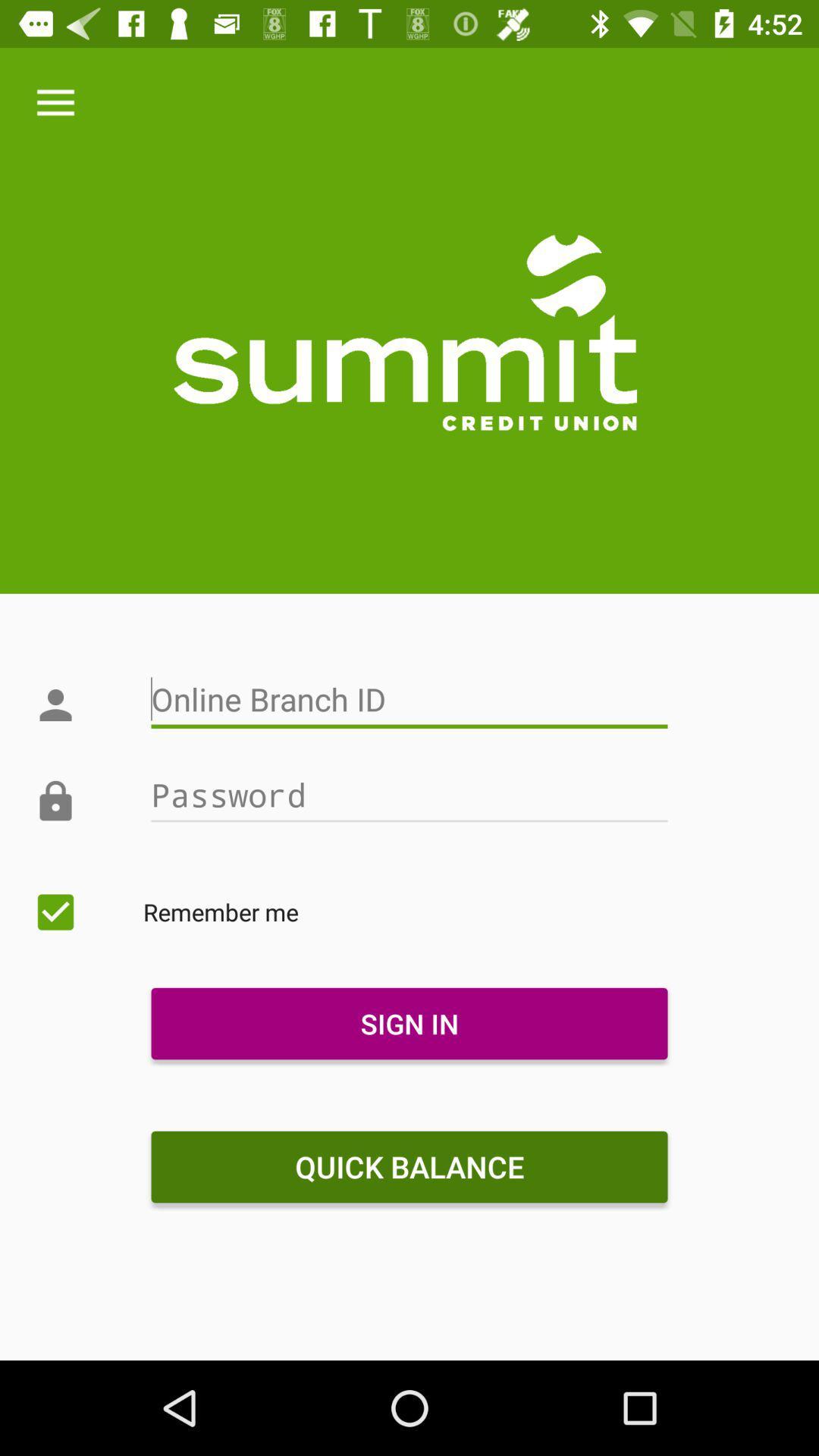  Describe the element at coordinates (409, 1166) in the screenshot. I see `quick balance icon` at that location.